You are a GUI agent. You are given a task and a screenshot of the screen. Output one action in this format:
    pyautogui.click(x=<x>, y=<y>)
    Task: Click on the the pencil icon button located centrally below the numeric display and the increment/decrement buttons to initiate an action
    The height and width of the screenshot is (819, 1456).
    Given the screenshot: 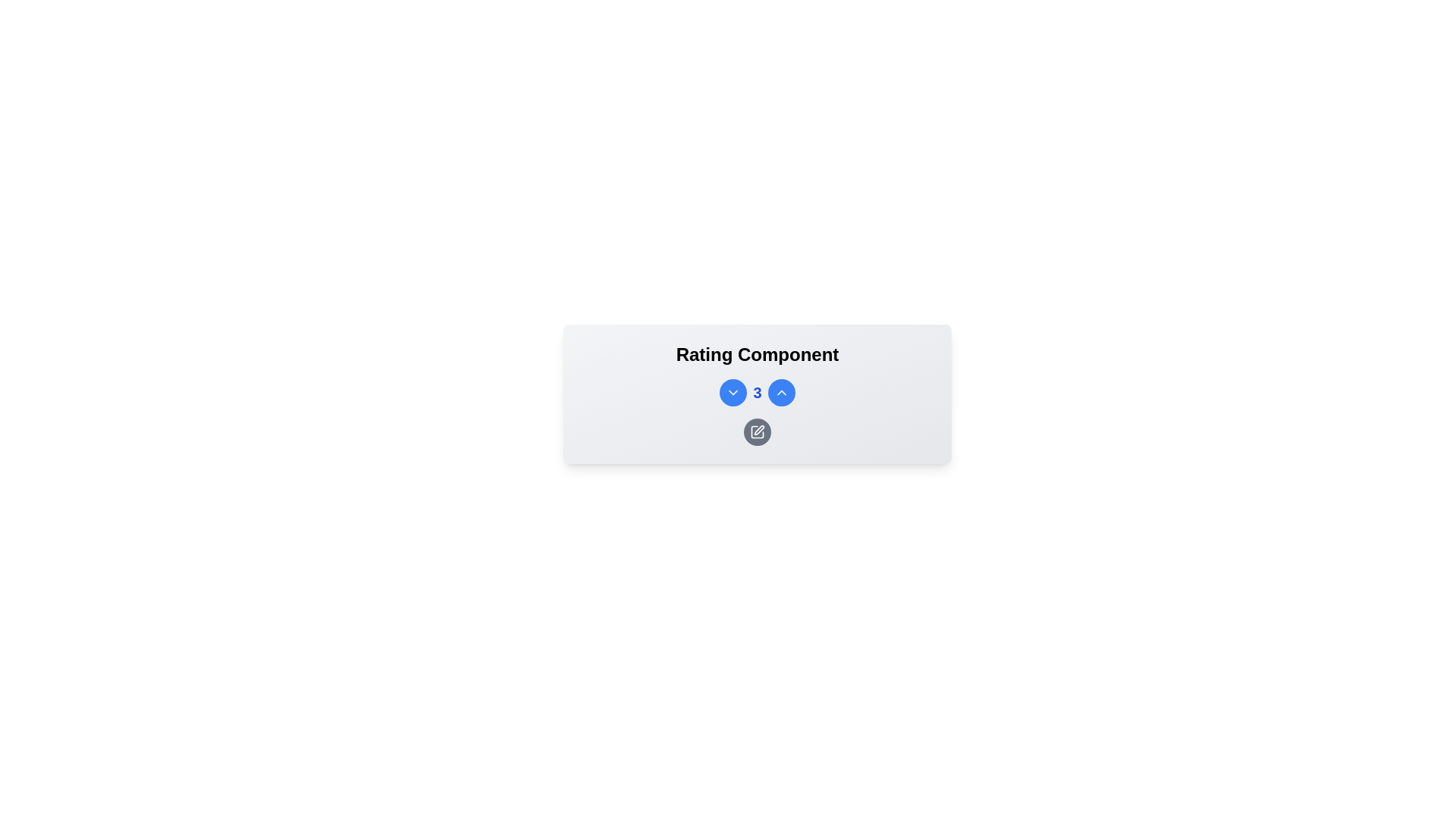 What is the action you would take?
    pyautogui.click(x=757, y=412)
    